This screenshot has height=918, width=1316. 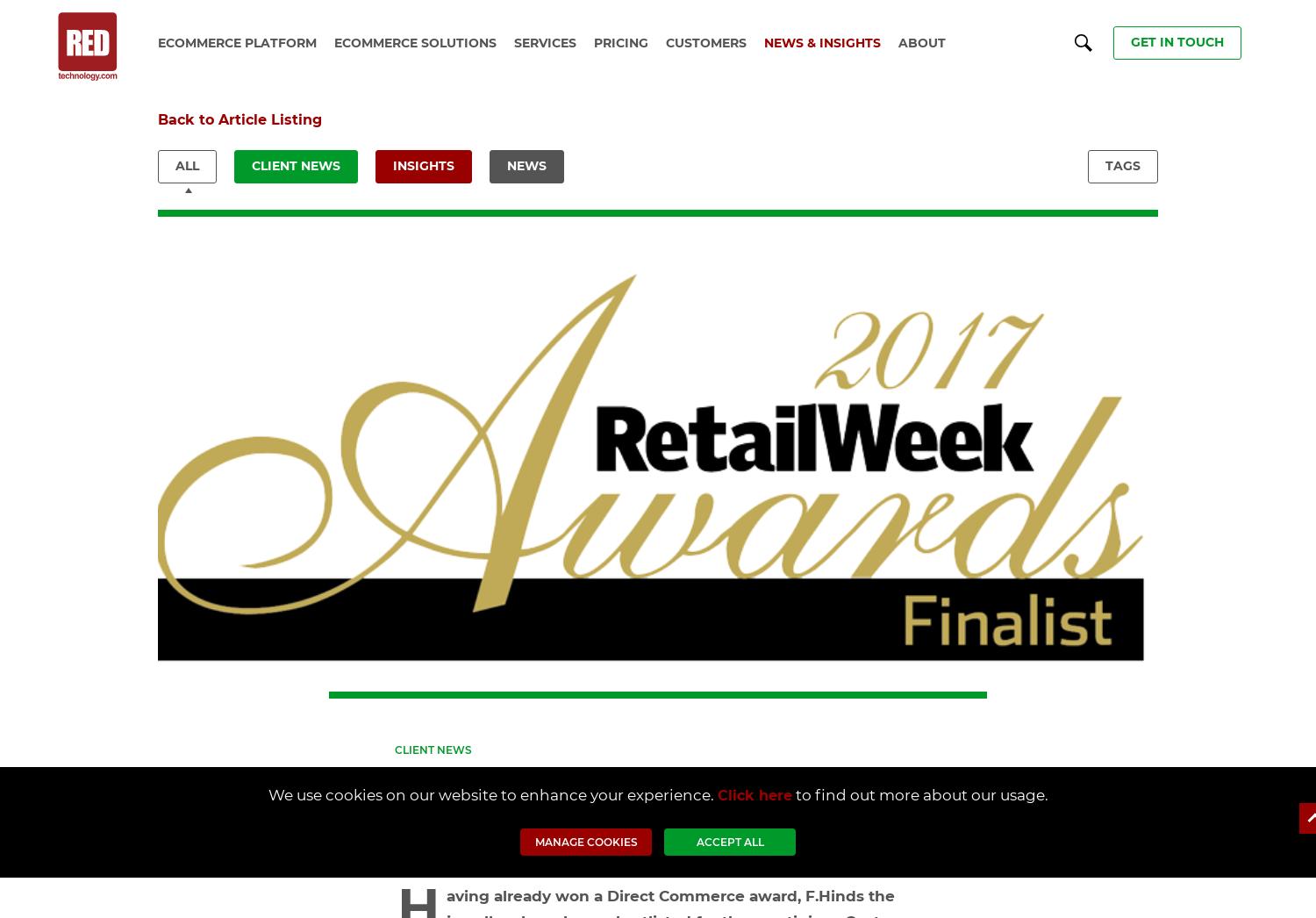 What do you see at coordinates (706, 41) in the screenshot?
I see `'Customers'` at bounding box center [706, 41].